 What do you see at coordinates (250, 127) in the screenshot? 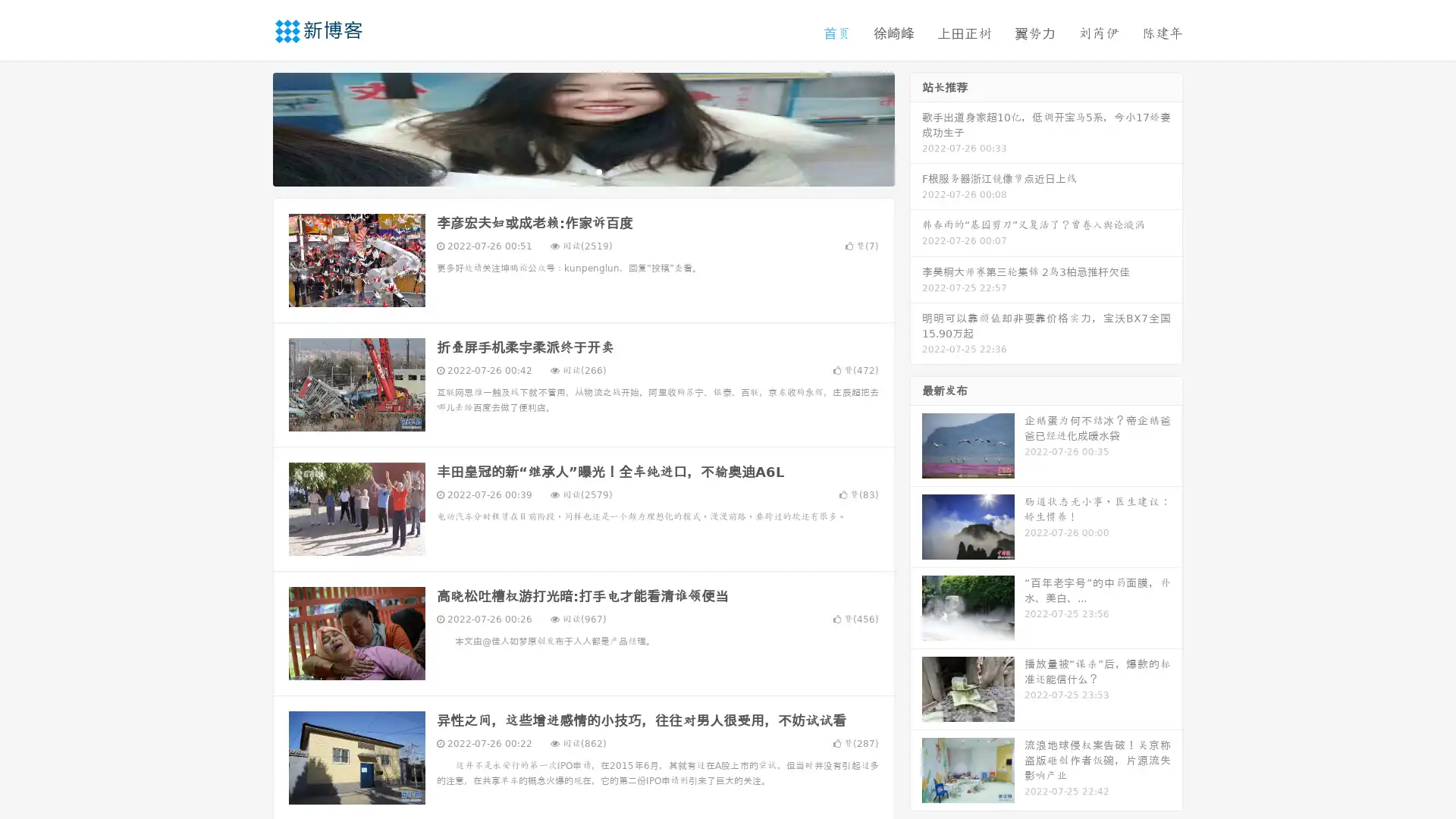
I see `Previous slide` at bounding box center [250, 127].